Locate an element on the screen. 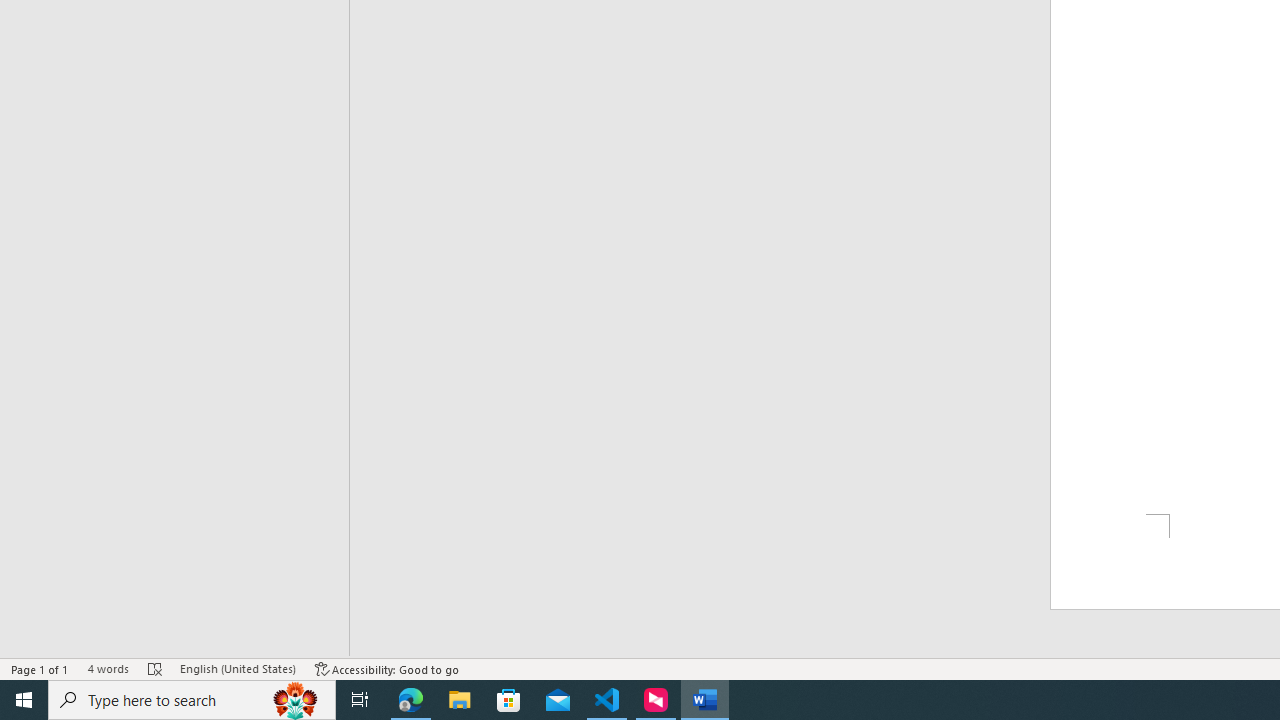 This screenshot has height=720, width=1280. 'Language English (United States)' is located at coordinates (238, 669).